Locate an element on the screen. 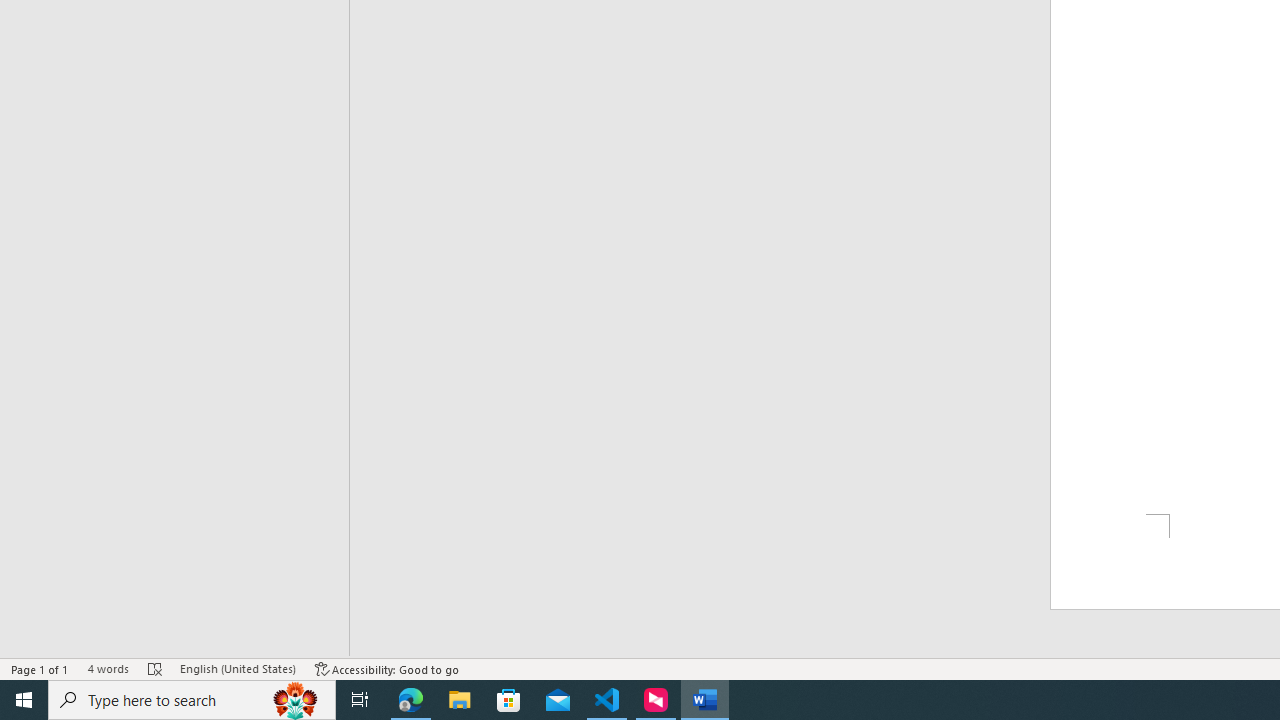 This screenshot has height=720, width=1280. 'Language English (United States)' is located at coordinates (238, 669).